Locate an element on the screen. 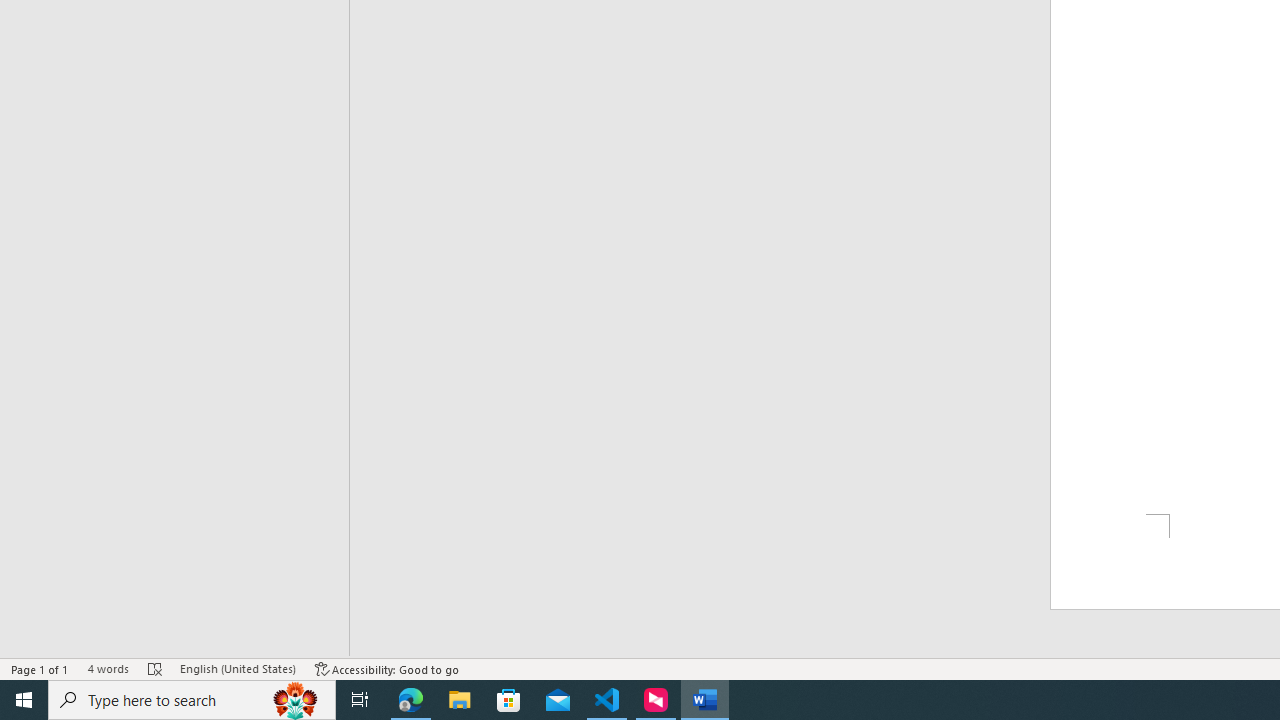 This screenshot has height=720, width=1280. 'Language English (United States)' is located at coordinates (238, 669).